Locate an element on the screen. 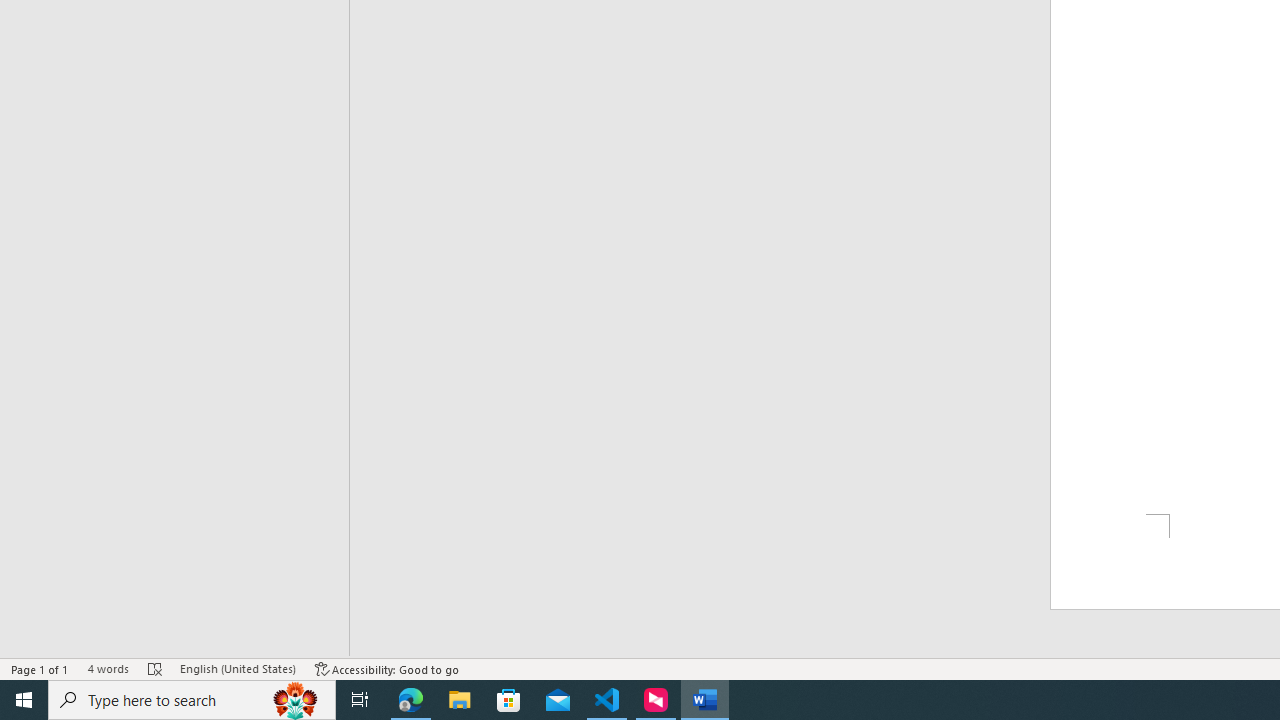 This screenshot has height=720, width=1280. 'Language English (United States)' is located at coordinates (238, 669).